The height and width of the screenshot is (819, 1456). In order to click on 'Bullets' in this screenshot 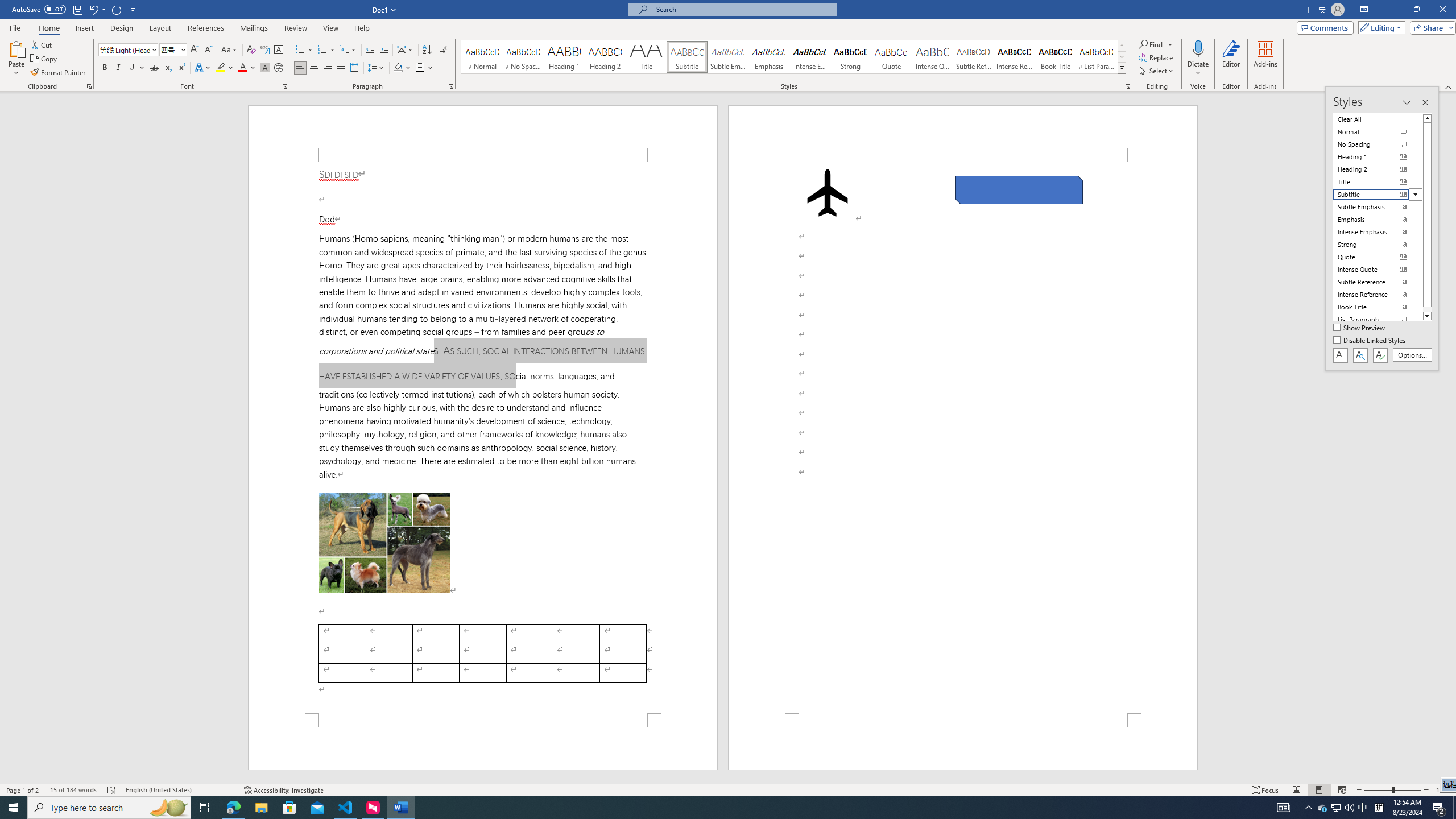, I will do `click(300, 49)`.